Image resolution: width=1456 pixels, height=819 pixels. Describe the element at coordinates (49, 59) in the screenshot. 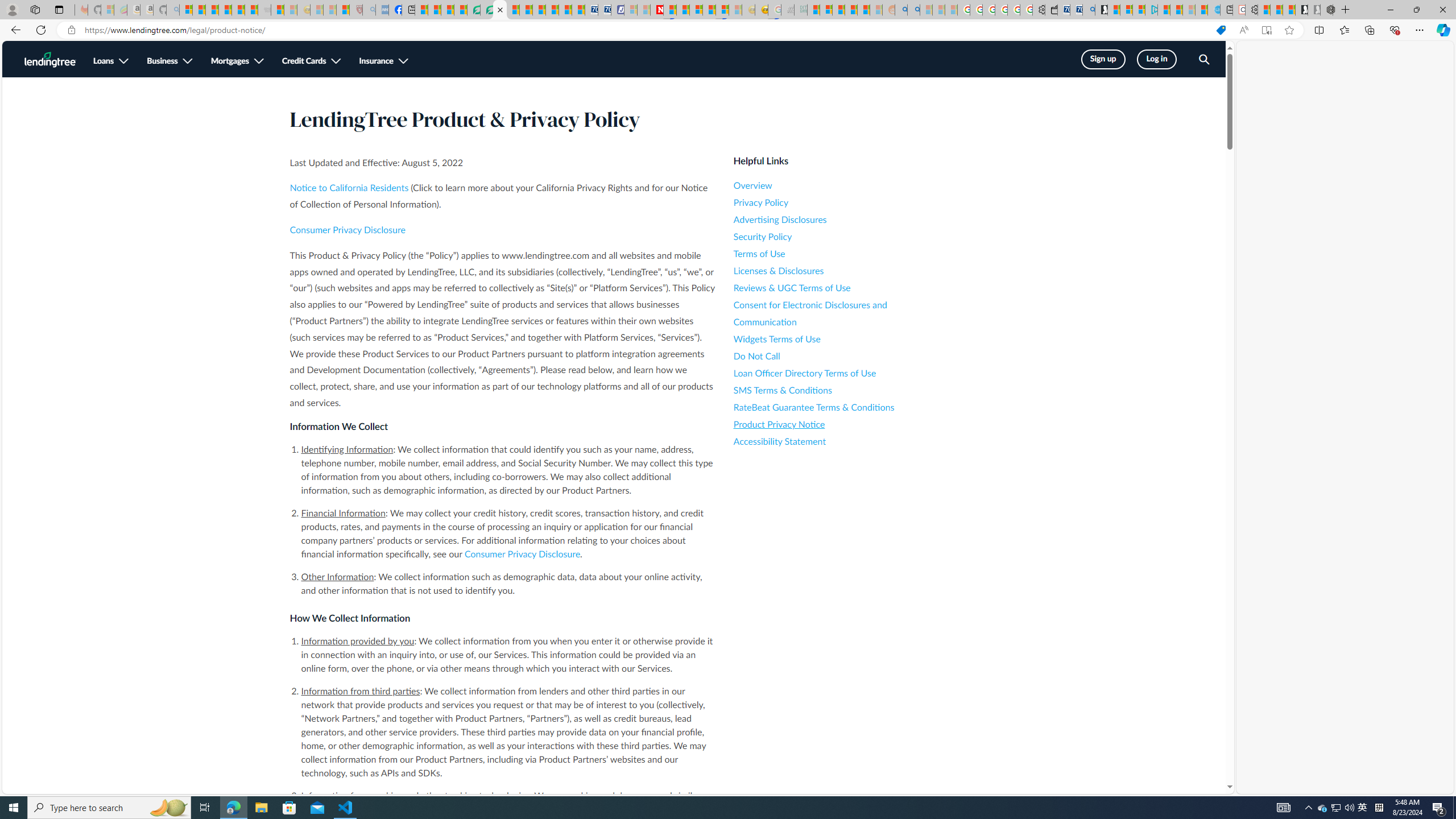

I see `'LendingTree Homepage Logo'` at that location.